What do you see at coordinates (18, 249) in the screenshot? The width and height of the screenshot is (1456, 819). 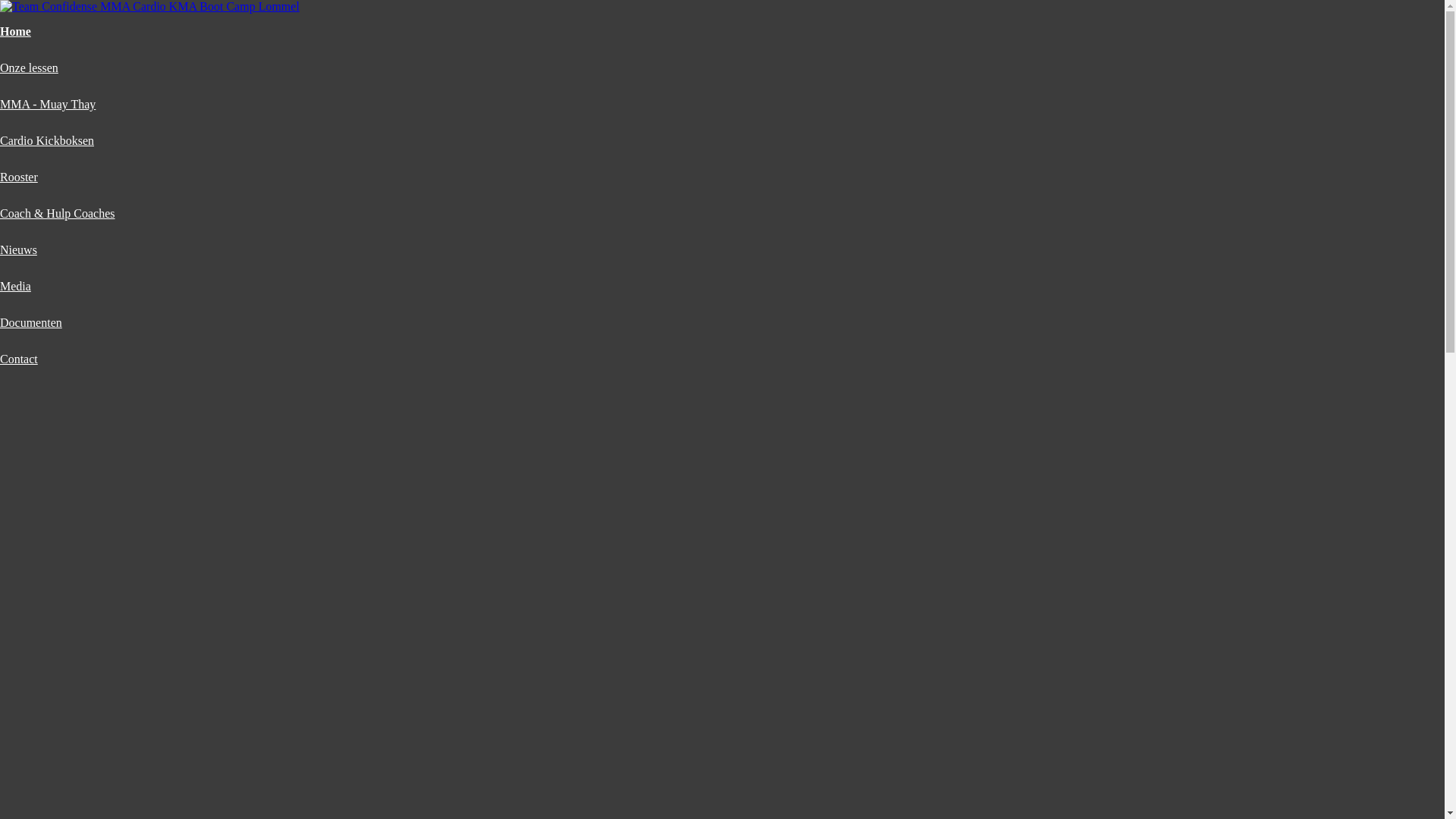 I see `'Nieuws'` at bounding box center [18, 249].